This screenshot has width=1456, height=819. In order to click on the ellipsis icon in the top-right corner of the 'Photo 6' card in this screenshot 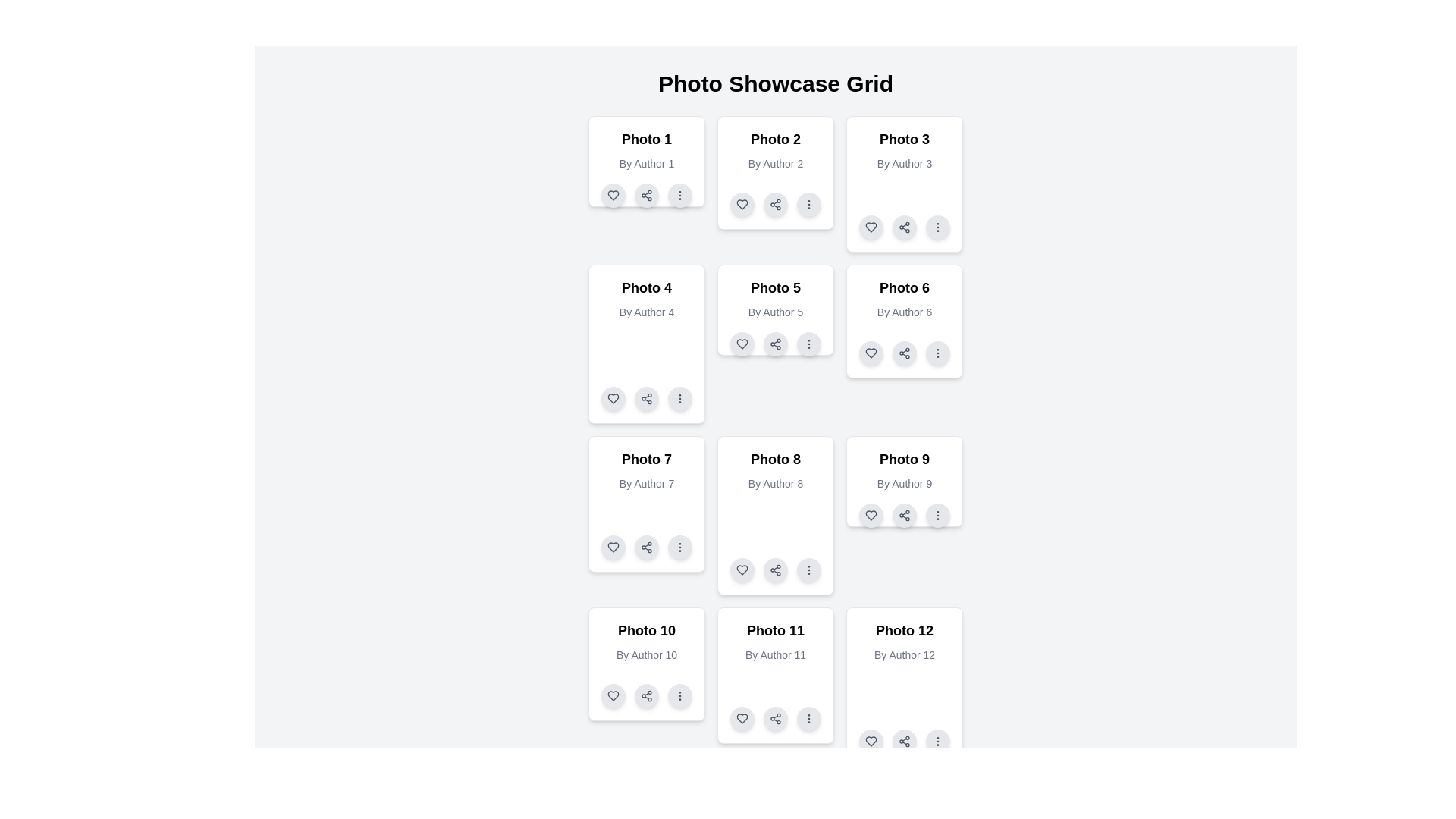, I will do `click(937, 353)`.